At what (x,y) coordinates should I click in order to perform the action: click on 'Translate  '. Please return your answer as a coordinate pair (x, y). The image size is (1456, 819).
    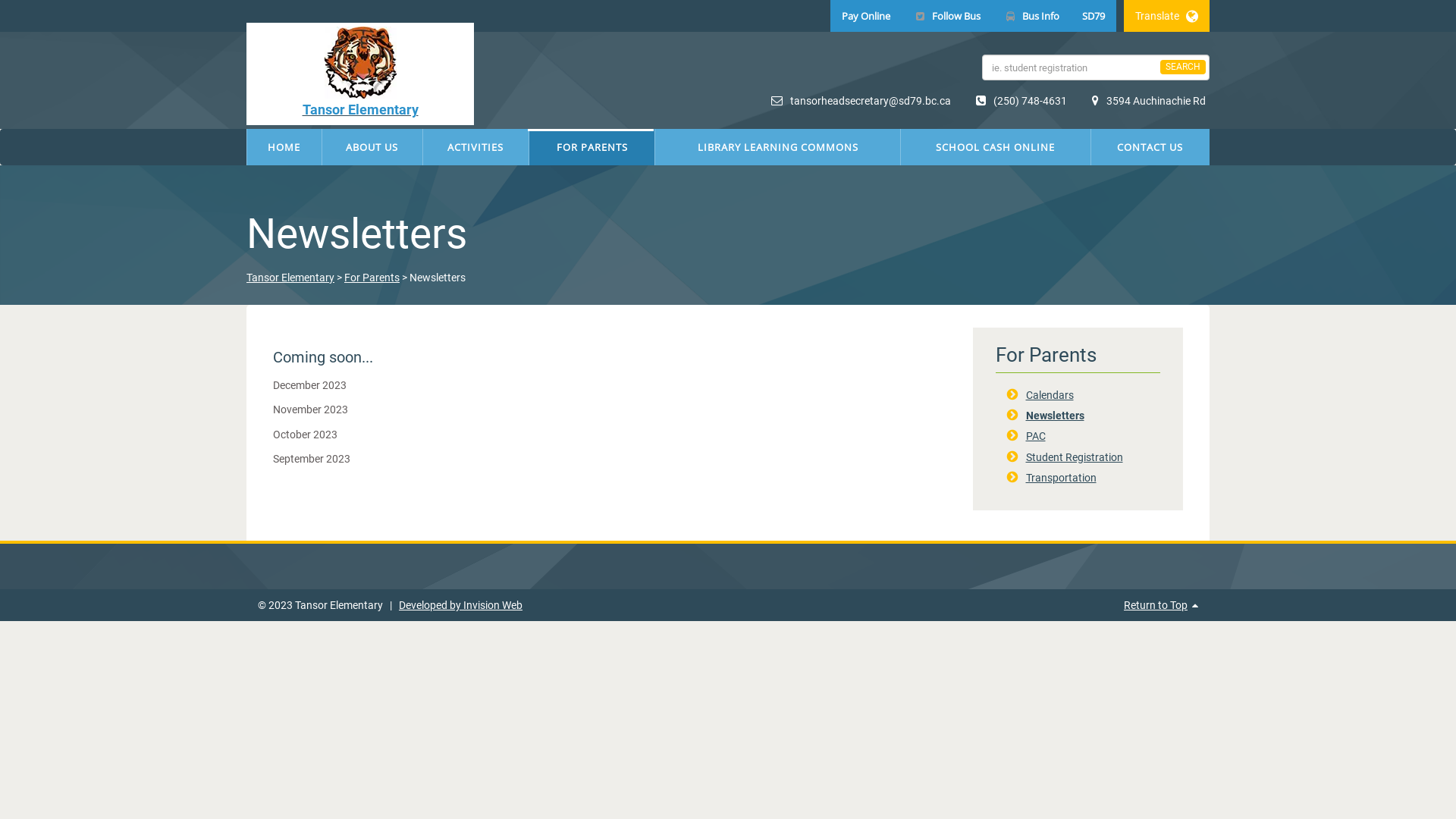
    Looking at the image, I should click on (1166, 15).